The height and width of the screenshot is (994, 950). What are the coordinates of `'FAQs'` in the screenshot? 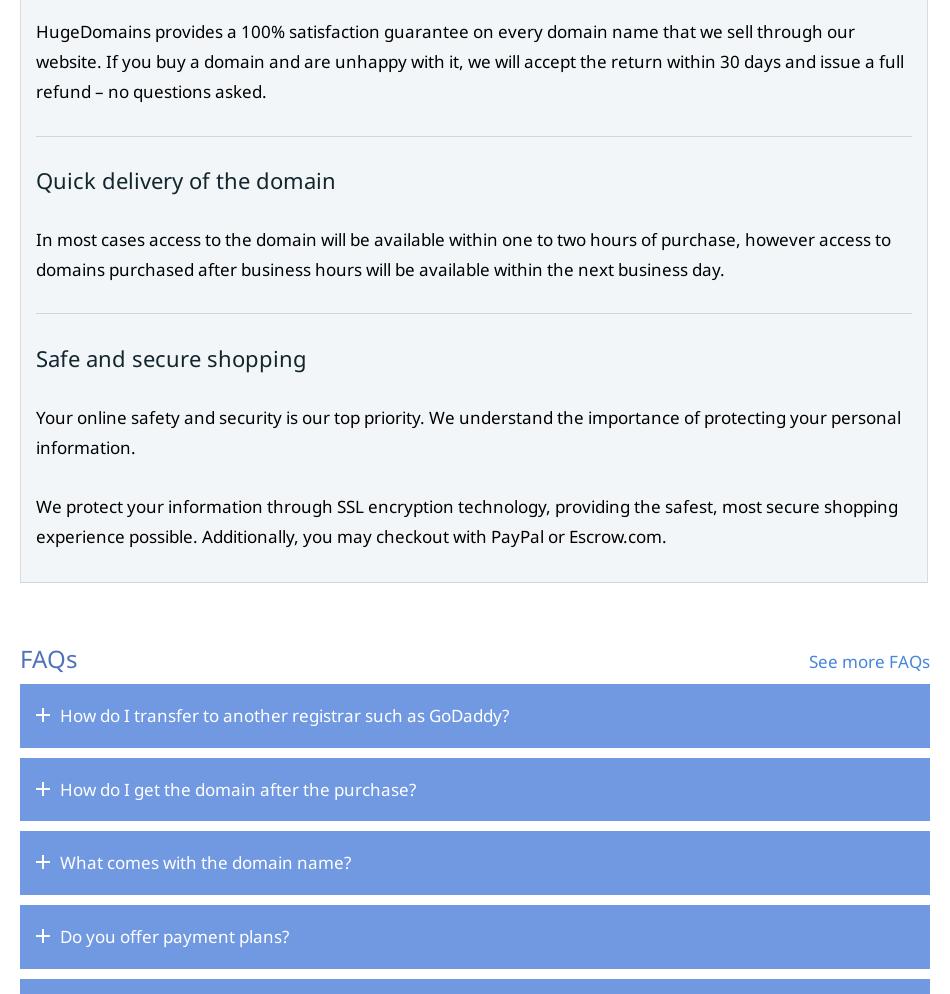 It's located at (49, 657).